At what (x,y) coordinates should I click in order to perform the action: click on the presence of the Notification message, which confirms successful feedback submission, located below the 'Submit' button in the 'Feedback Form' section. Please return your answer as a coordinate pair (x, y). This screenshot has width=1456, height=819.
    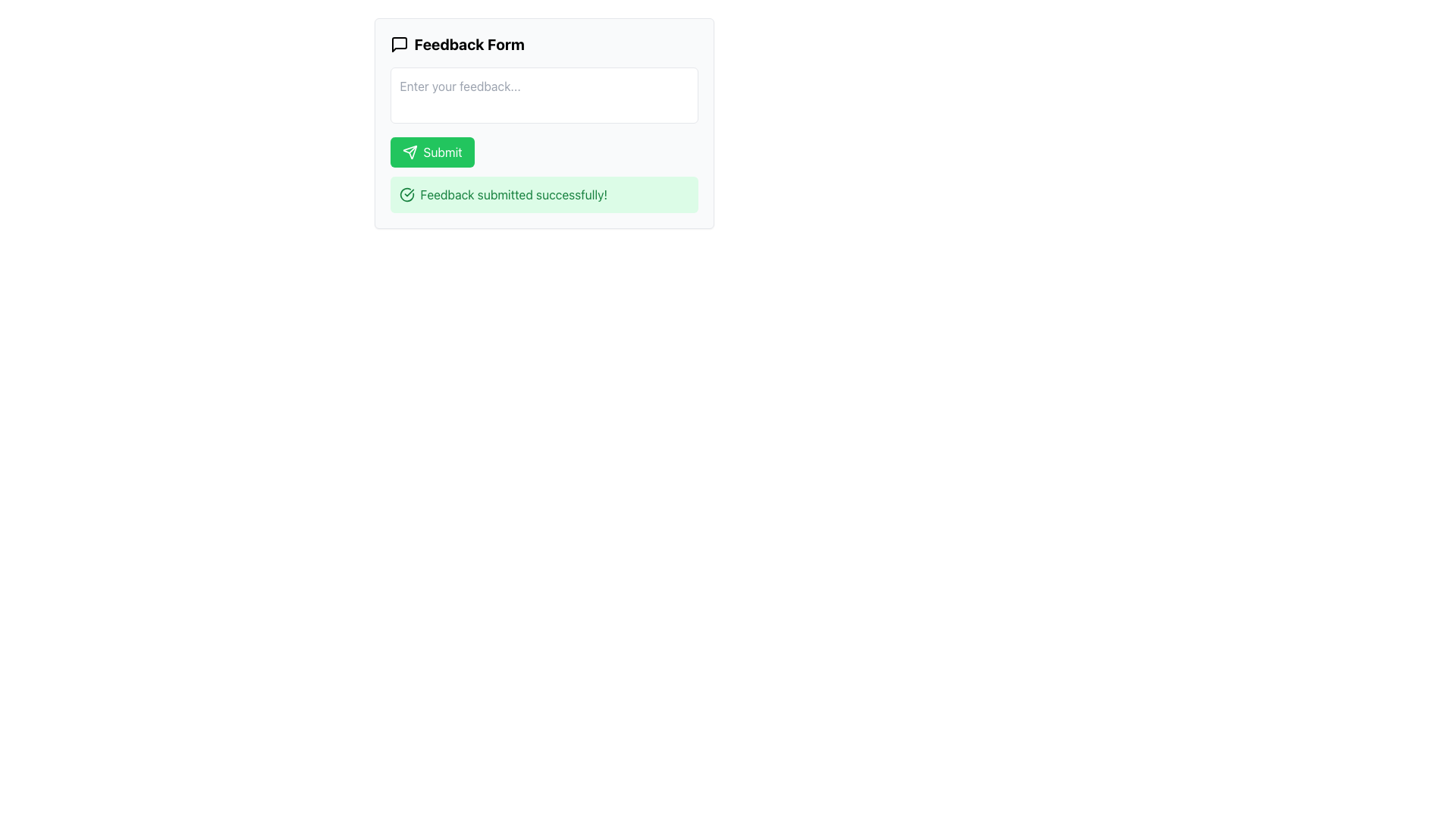
    Looking at the image, I should click on (544, 194).